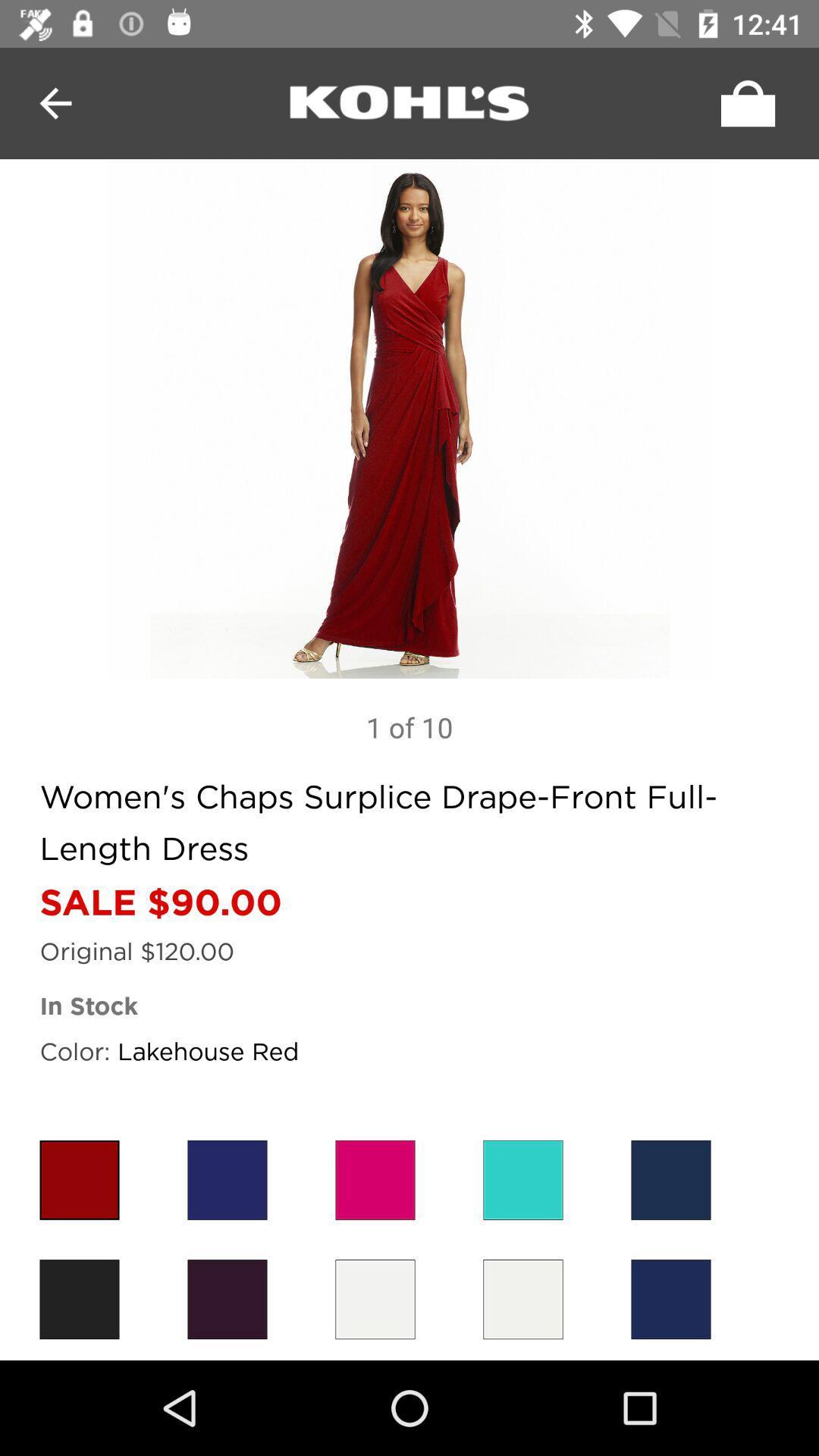 The height and width of the screenshot is (1456, 819). Describe the element at coordinates (743, 102) in the screenshot. I see `share the page` at that location.